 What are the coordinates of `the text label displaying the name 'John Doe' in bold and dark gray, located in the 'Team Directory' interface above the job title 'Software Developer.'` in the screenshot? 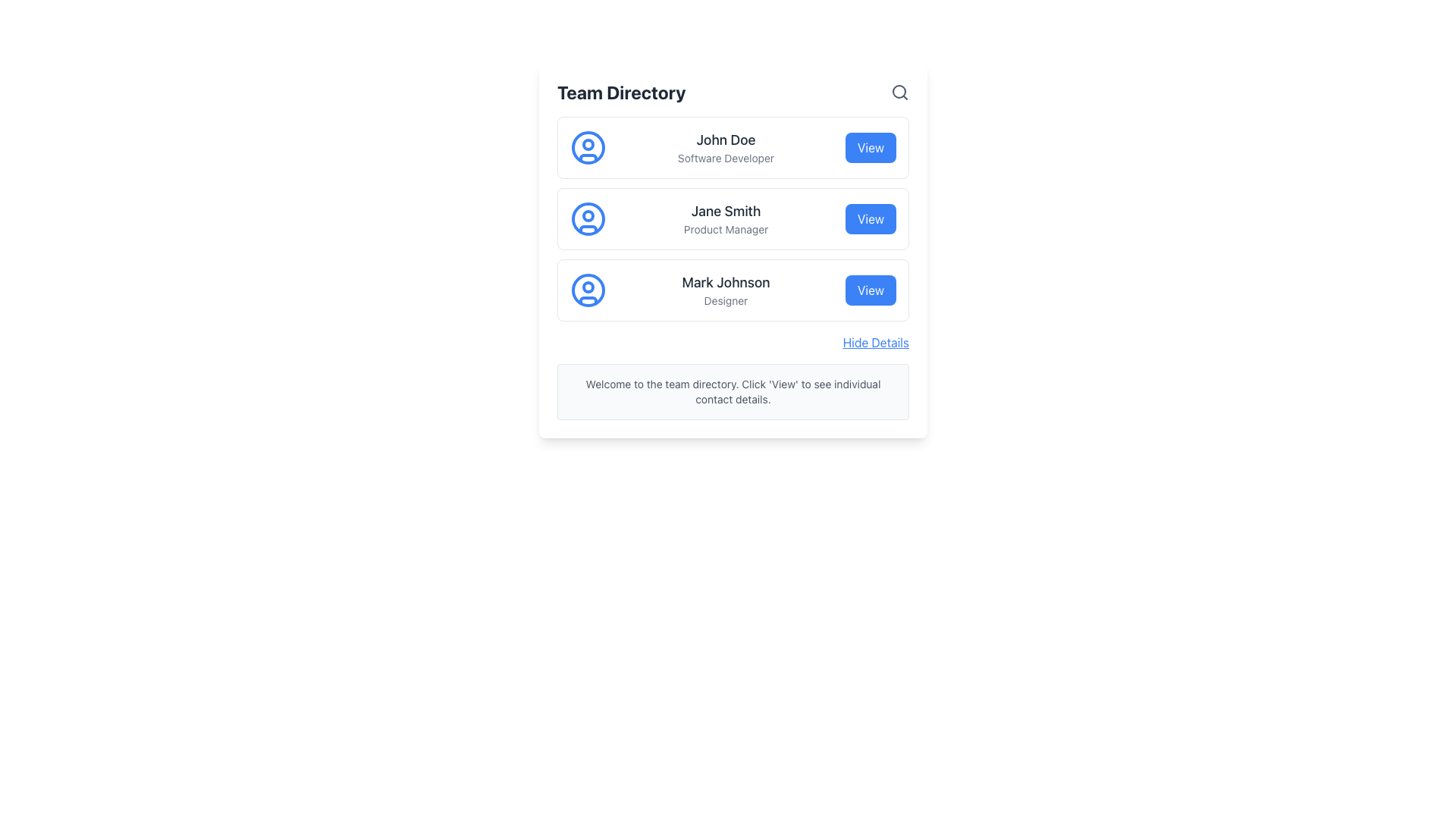 It's located at (725, 140).